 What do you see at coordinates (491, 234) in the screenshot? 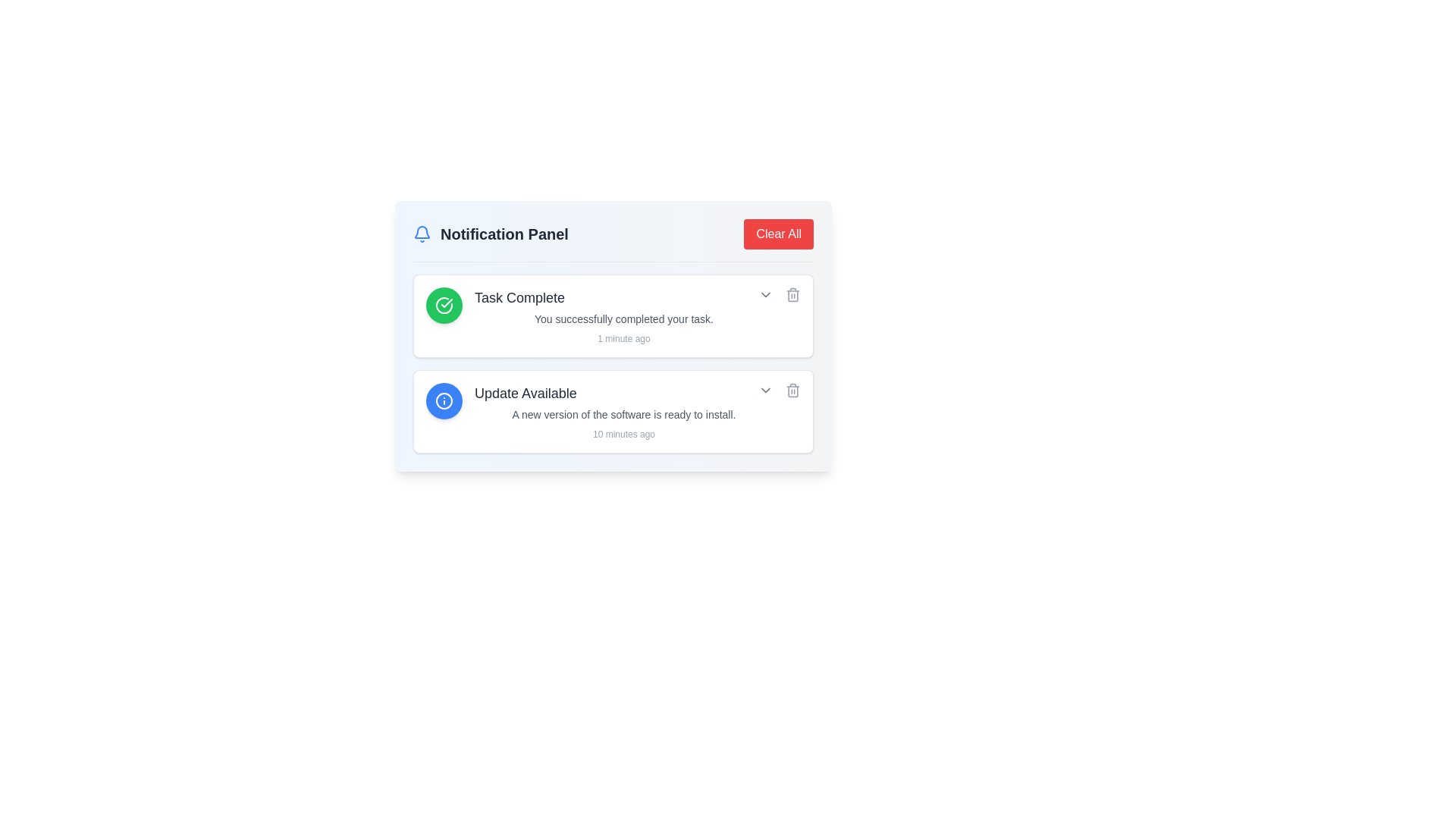
I see `the 'Notification Panel' label, which displays the text in a bold and large font, located beside a blue-colored bell icon` at bounding box center [491, 234].